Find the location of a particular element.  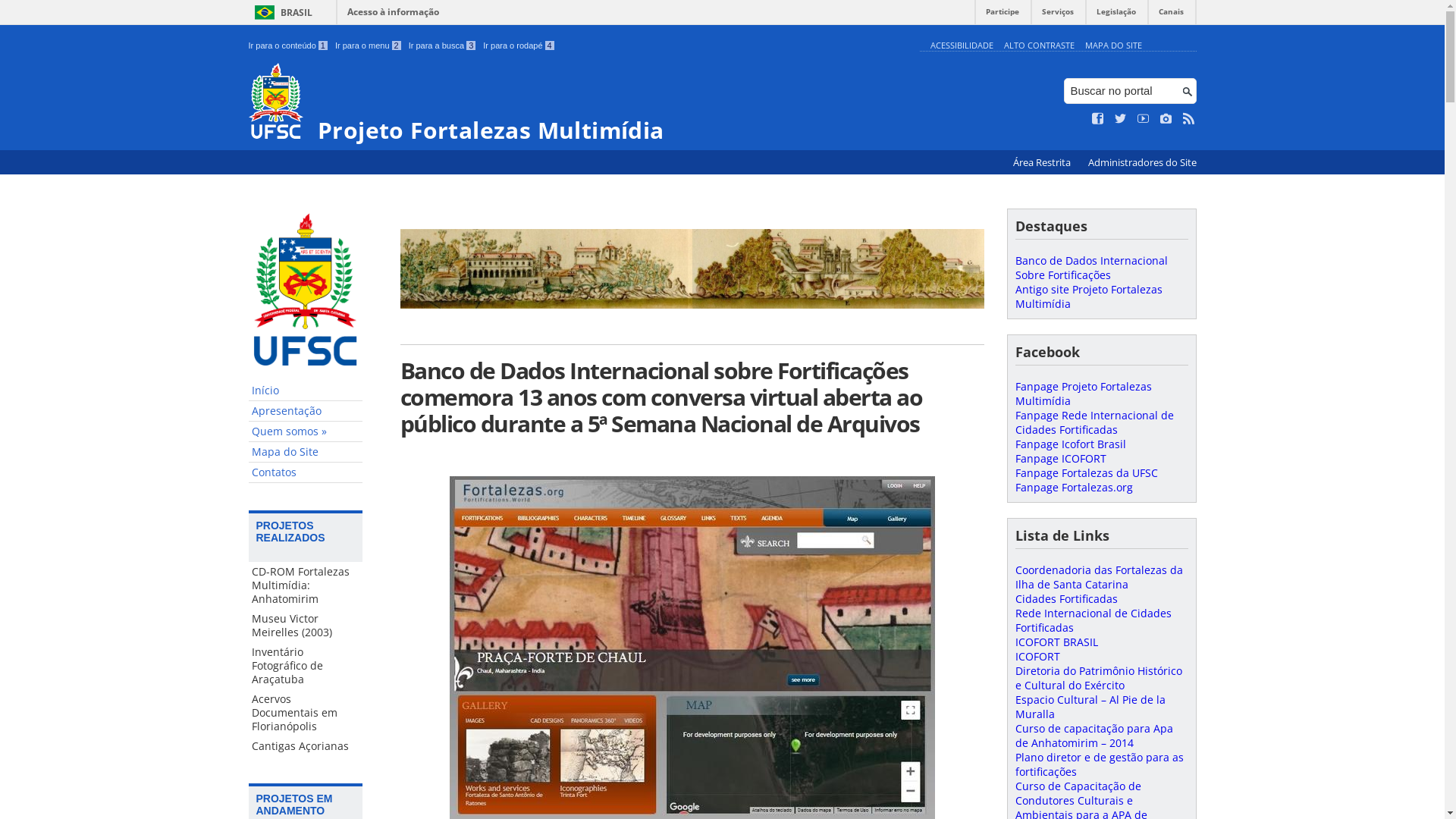

'Curta no Facebook' is located at coordinates (1098, 118).